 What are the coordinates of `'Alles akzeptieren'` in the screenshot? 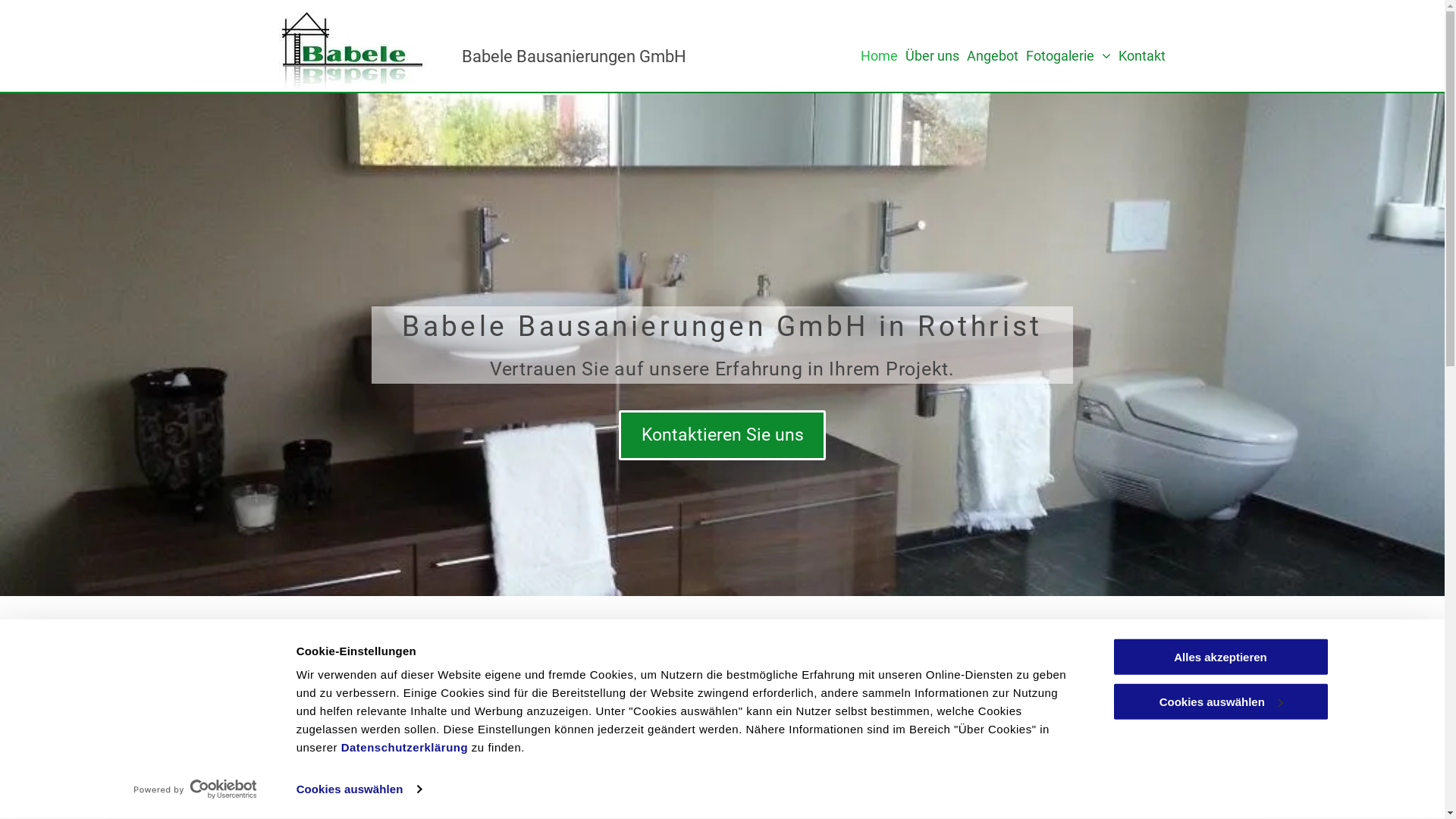 It's located at (1219, 656).